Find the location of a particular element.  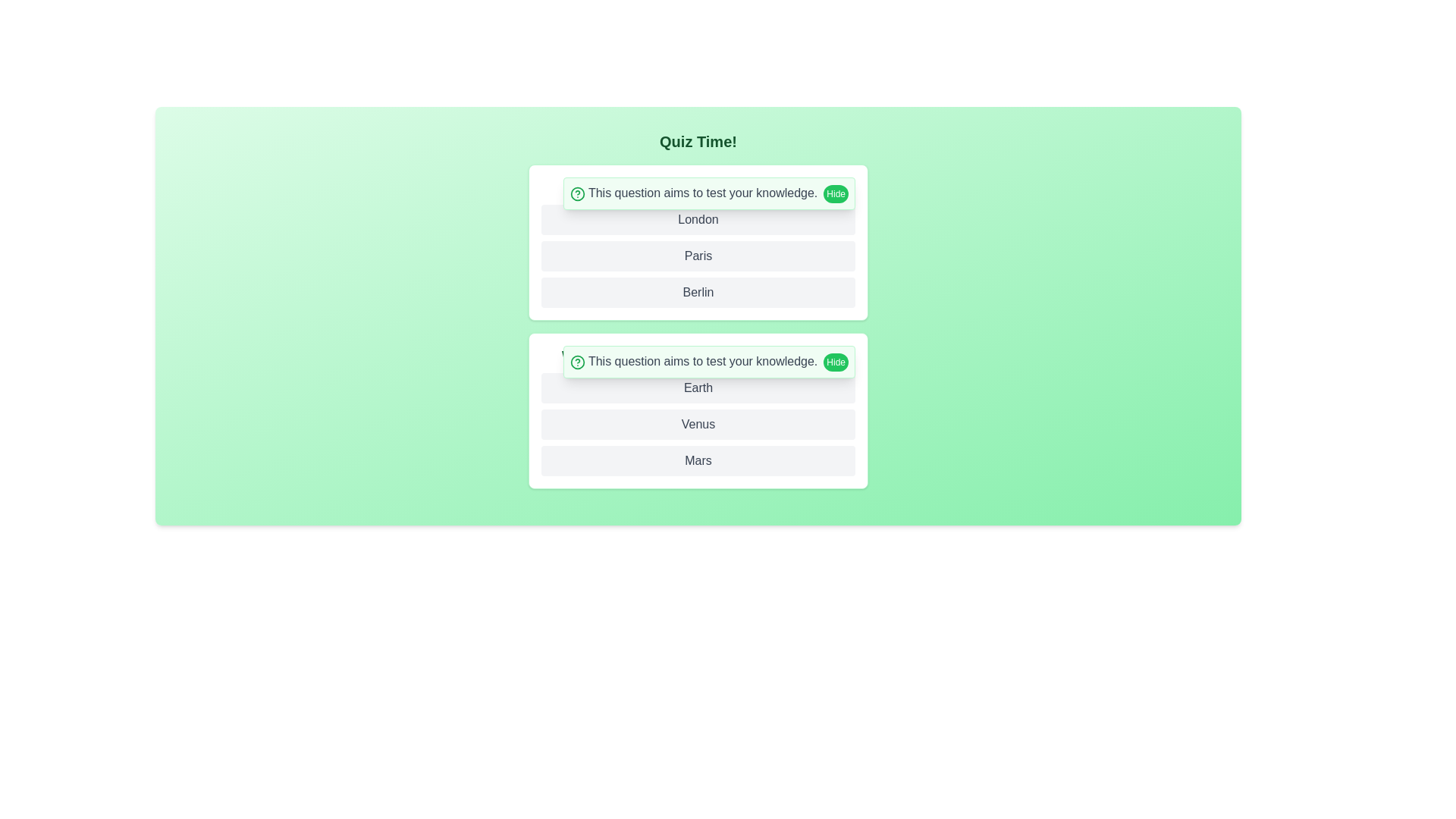

the hide button located to the right of the text 'This question aims to test your knowledge.' to hide the associated content is located at coordinates (835, 193).